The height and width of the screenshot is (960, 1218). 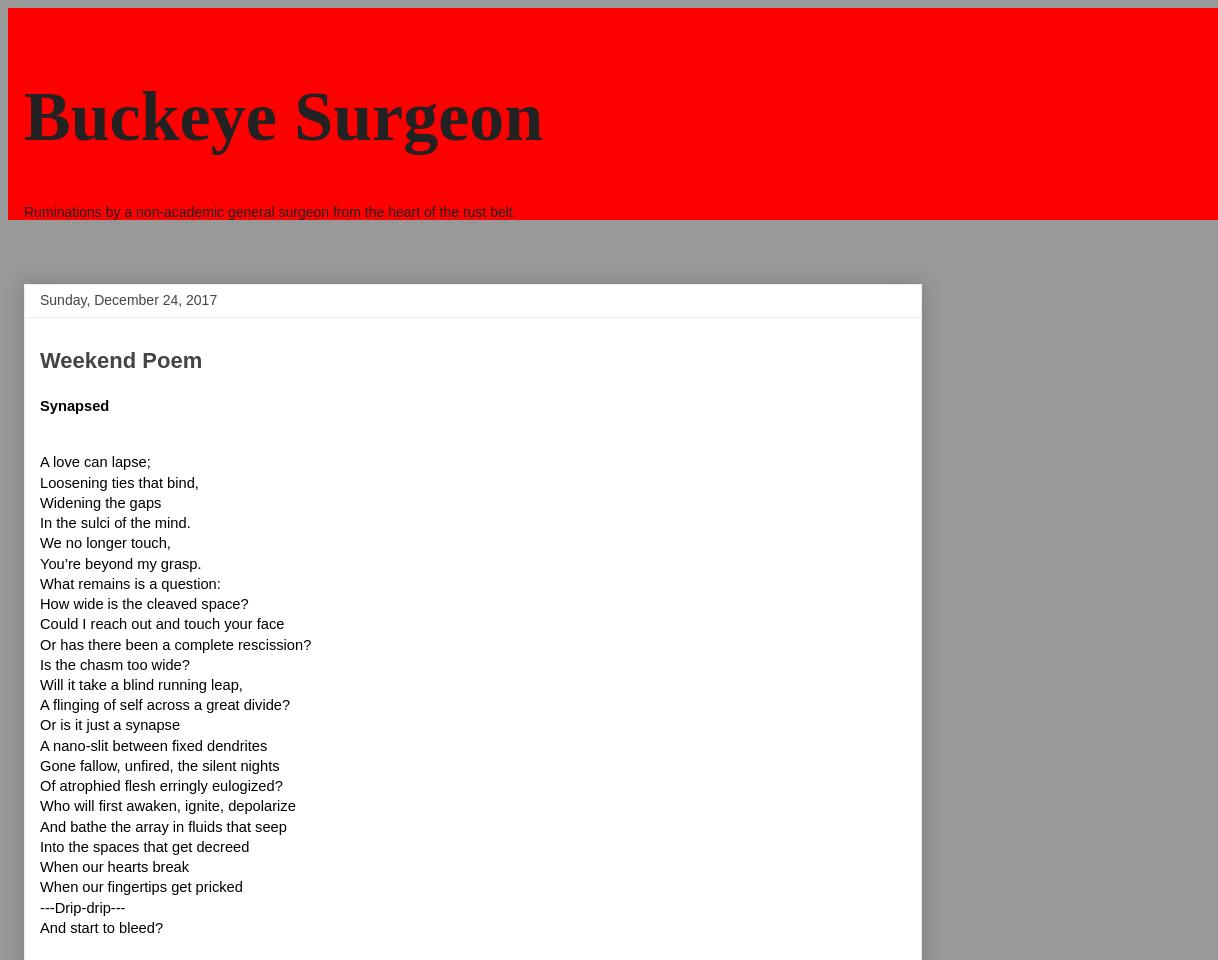 What do you see at coordinates (114, 664) in the screenshot?
I see `'Is the chasm too wide?'` at bounding box center [114, 664].